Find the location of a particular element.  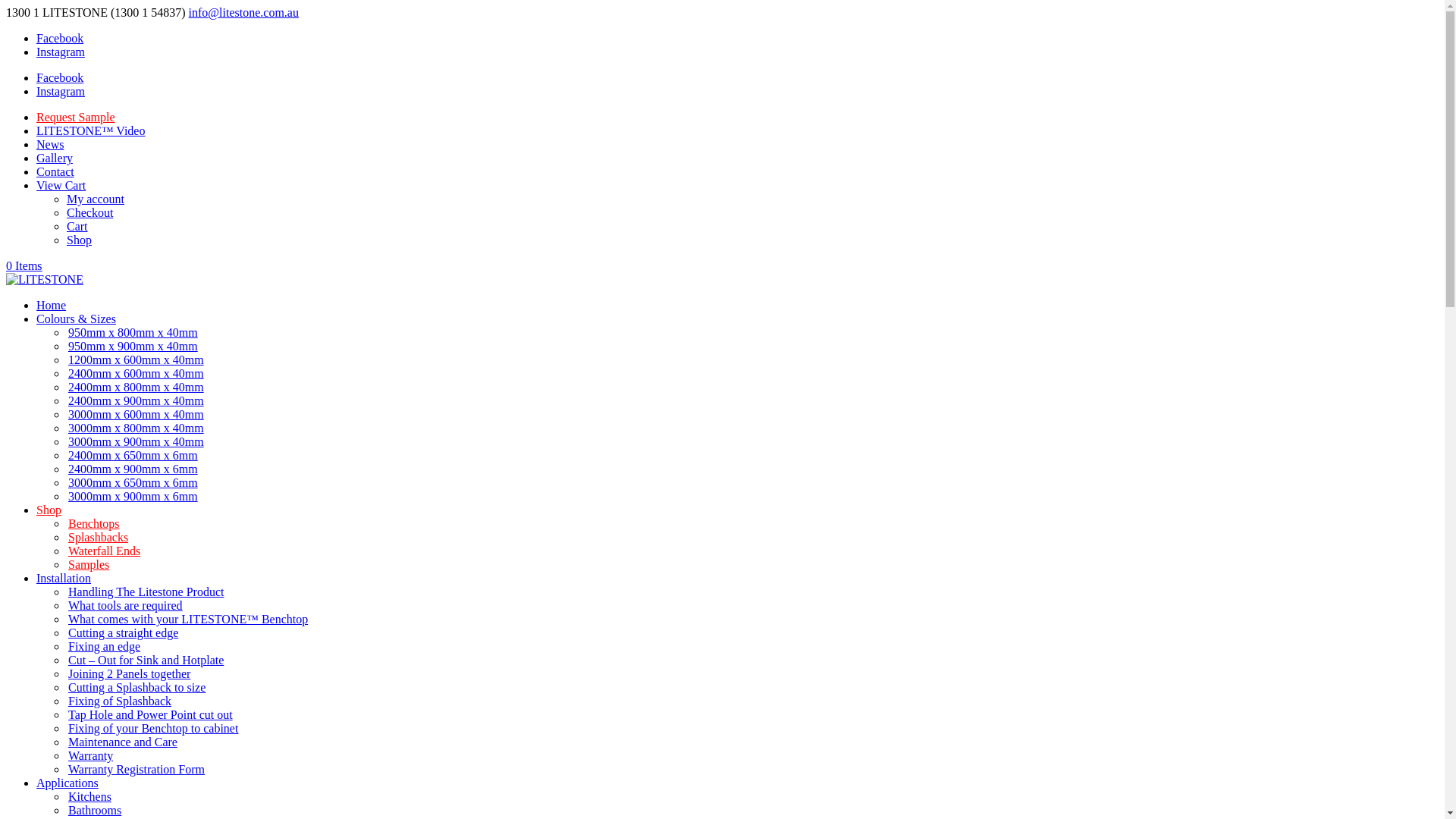

'Installation' is located at coordinates (62, 578).